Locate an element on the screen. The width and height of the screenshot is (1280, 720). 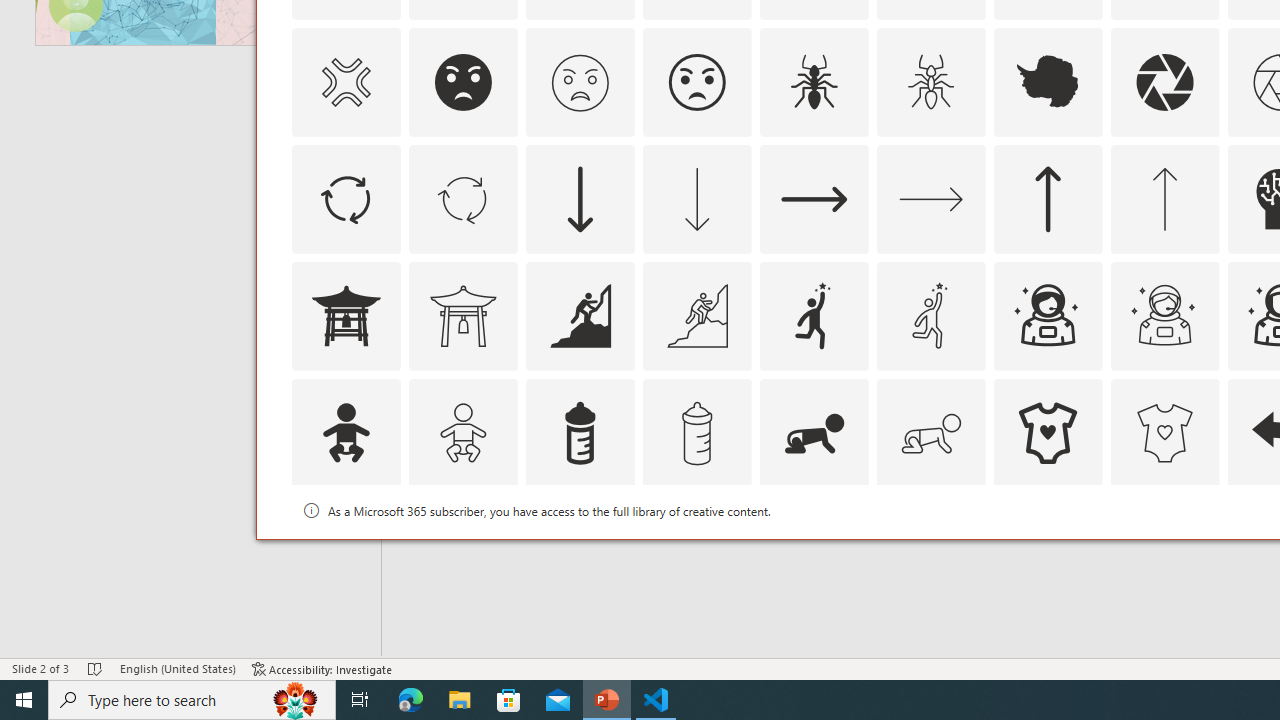
'AutomationID: Icons_AngryFace_M' is located at coordinates (578, 81).